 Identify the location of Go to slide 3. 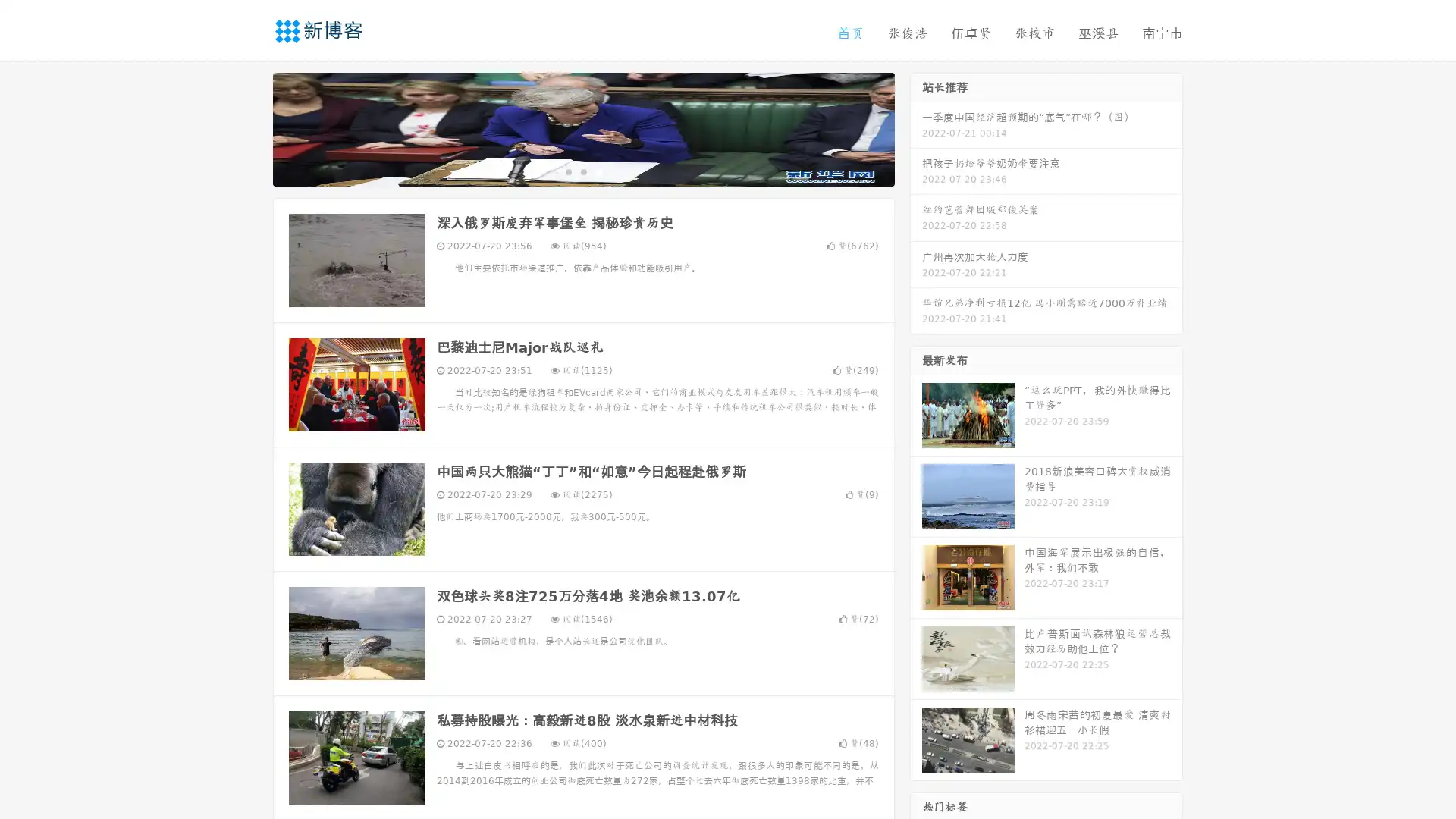
(598, 171).